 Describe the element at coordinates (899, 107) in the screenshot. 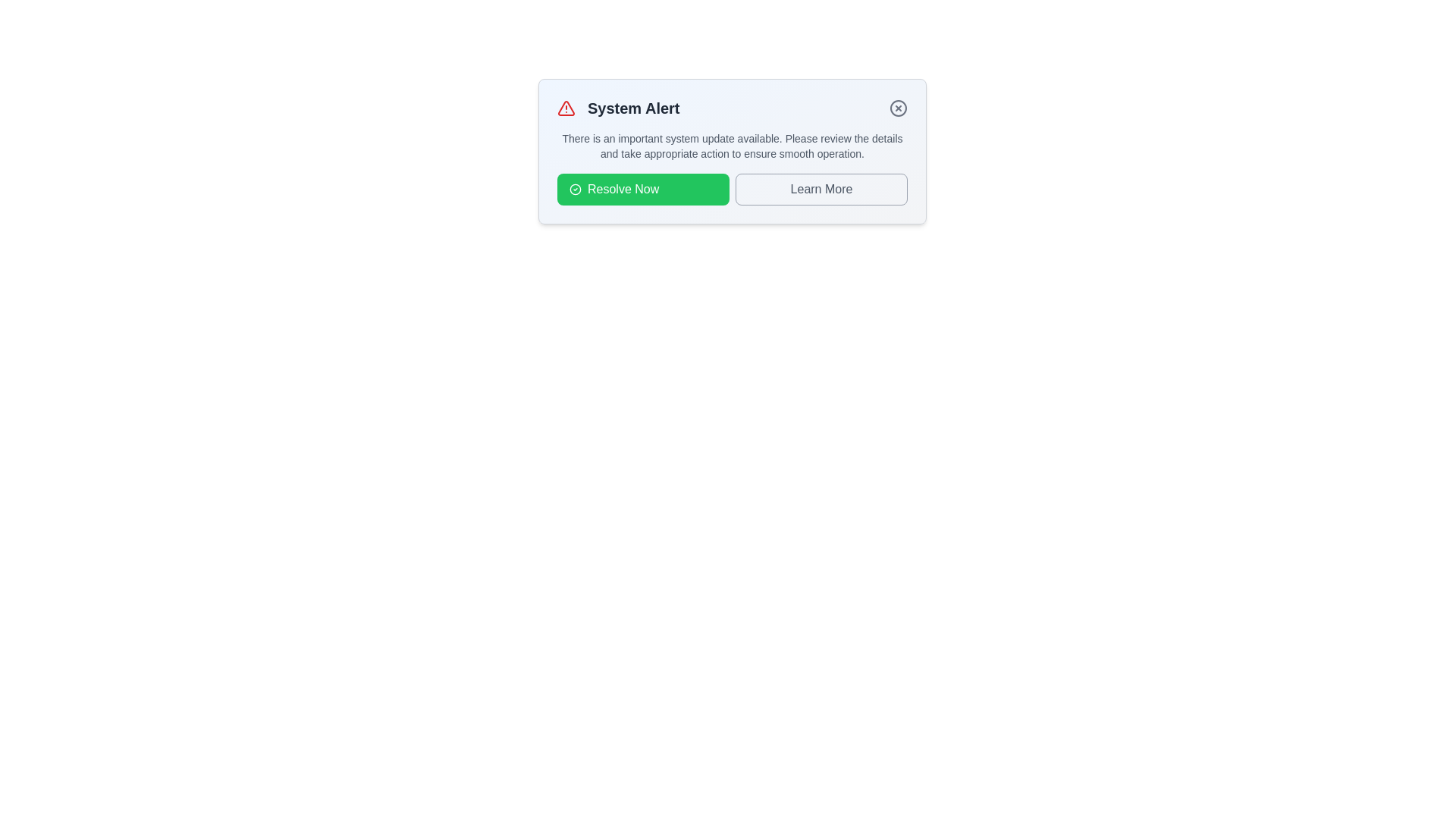

I see `the close button to observe its hover effect` at that location.